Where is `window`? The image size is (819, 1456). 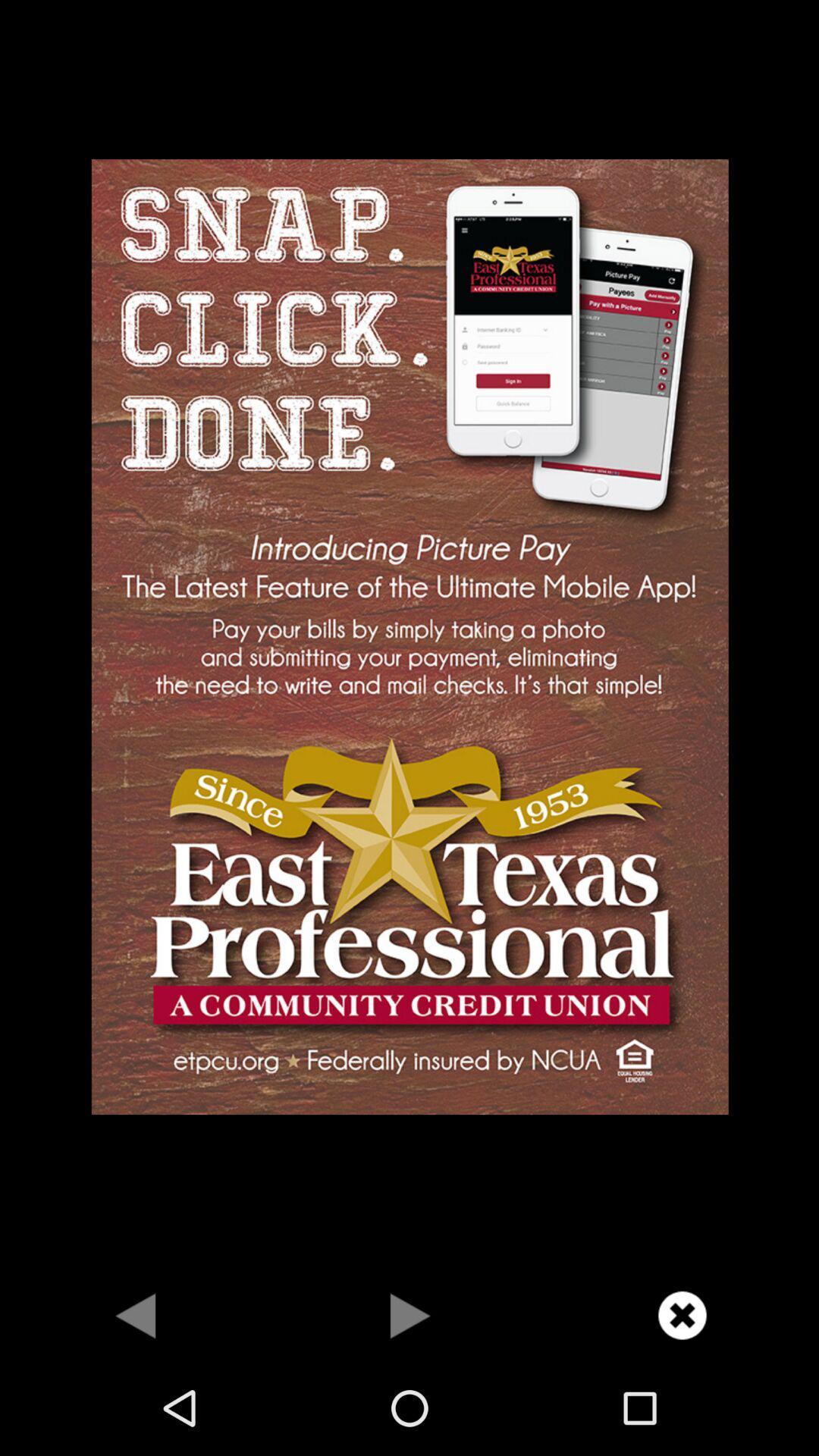
window is located at coordinates (681, 1314).